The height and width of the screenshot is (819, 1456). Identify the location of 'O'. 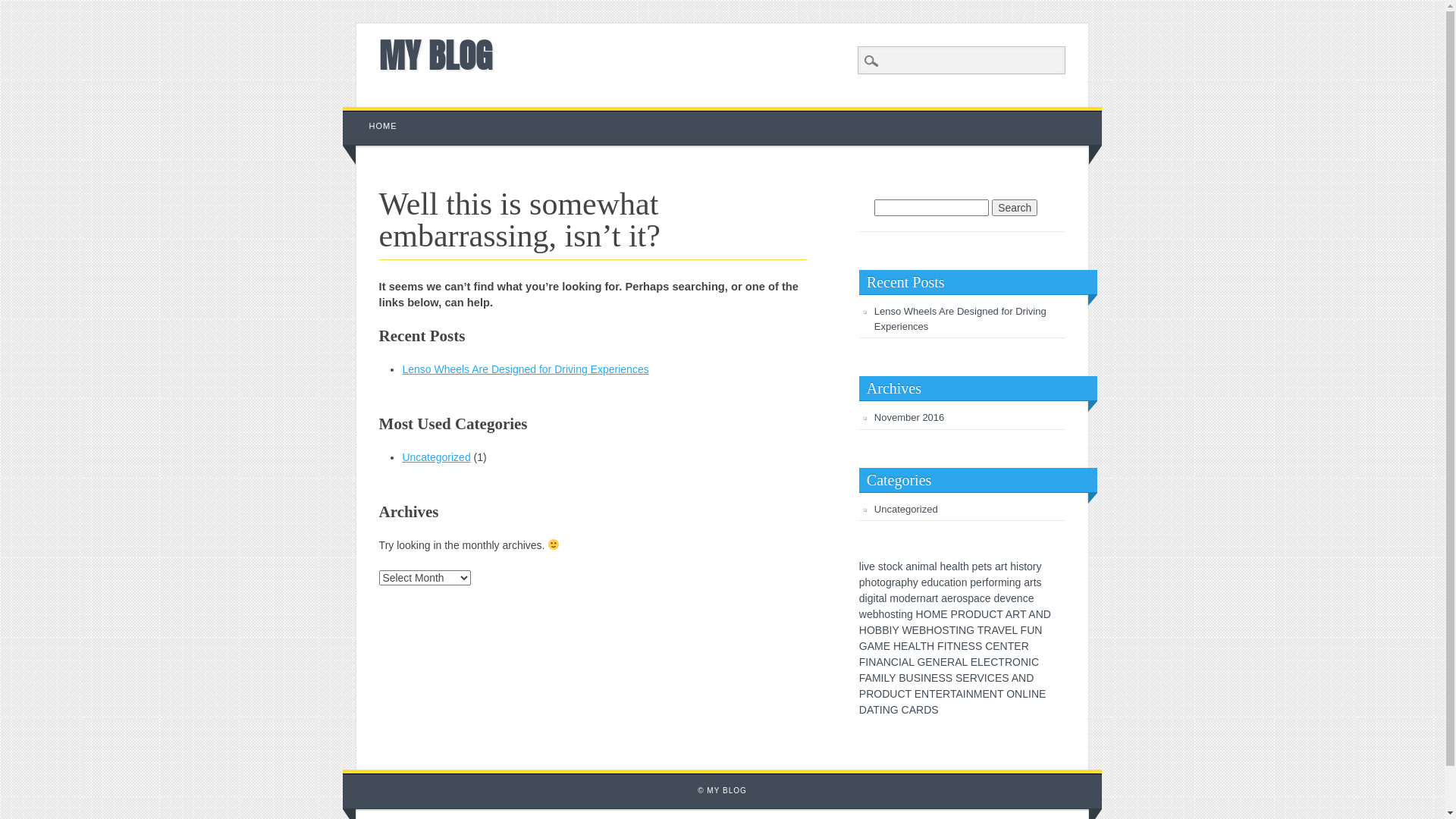
(877, 693).